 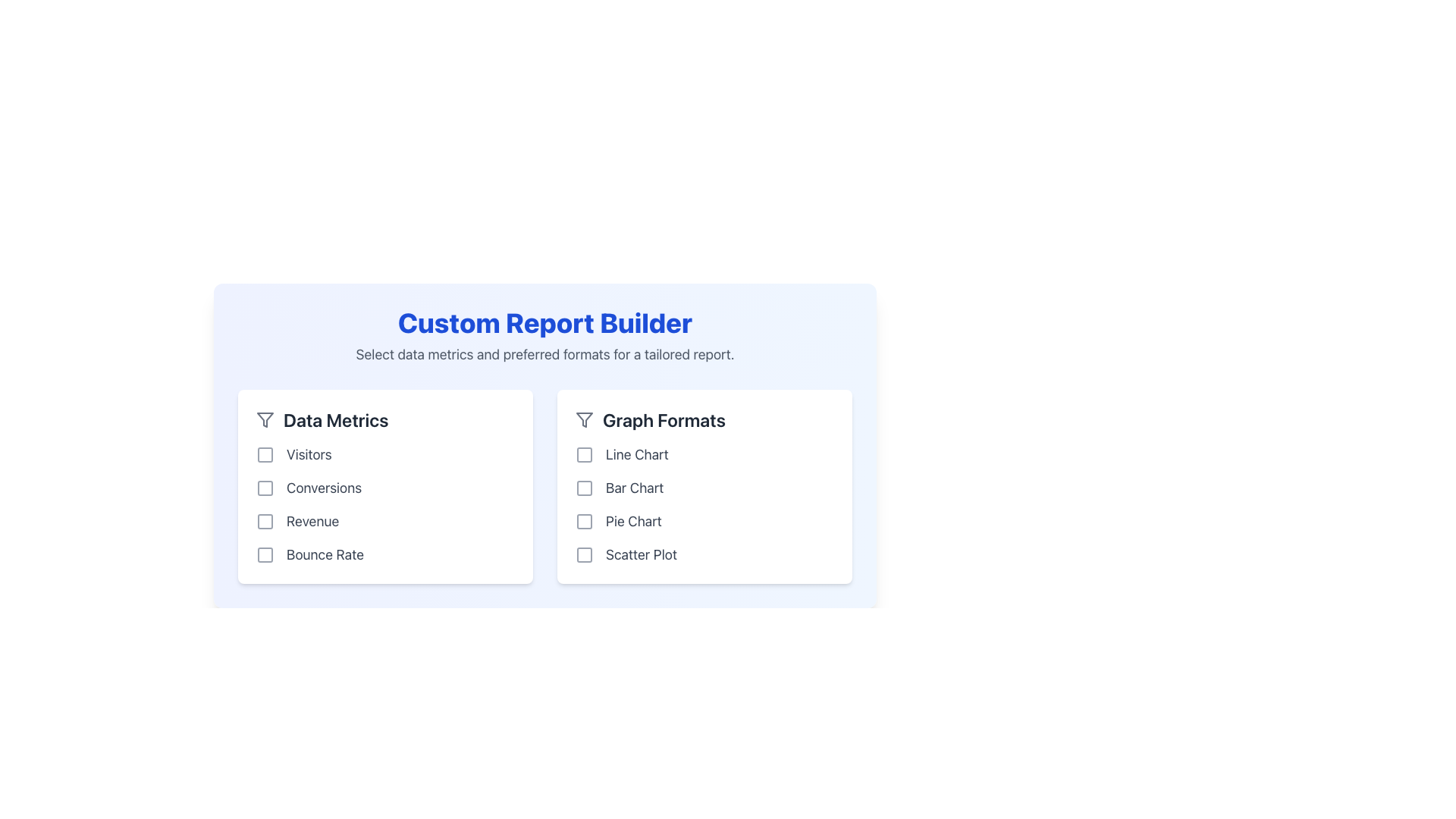 I want to click on the first icon in the 'Graph Formats' section, so click(x=584, y=454).